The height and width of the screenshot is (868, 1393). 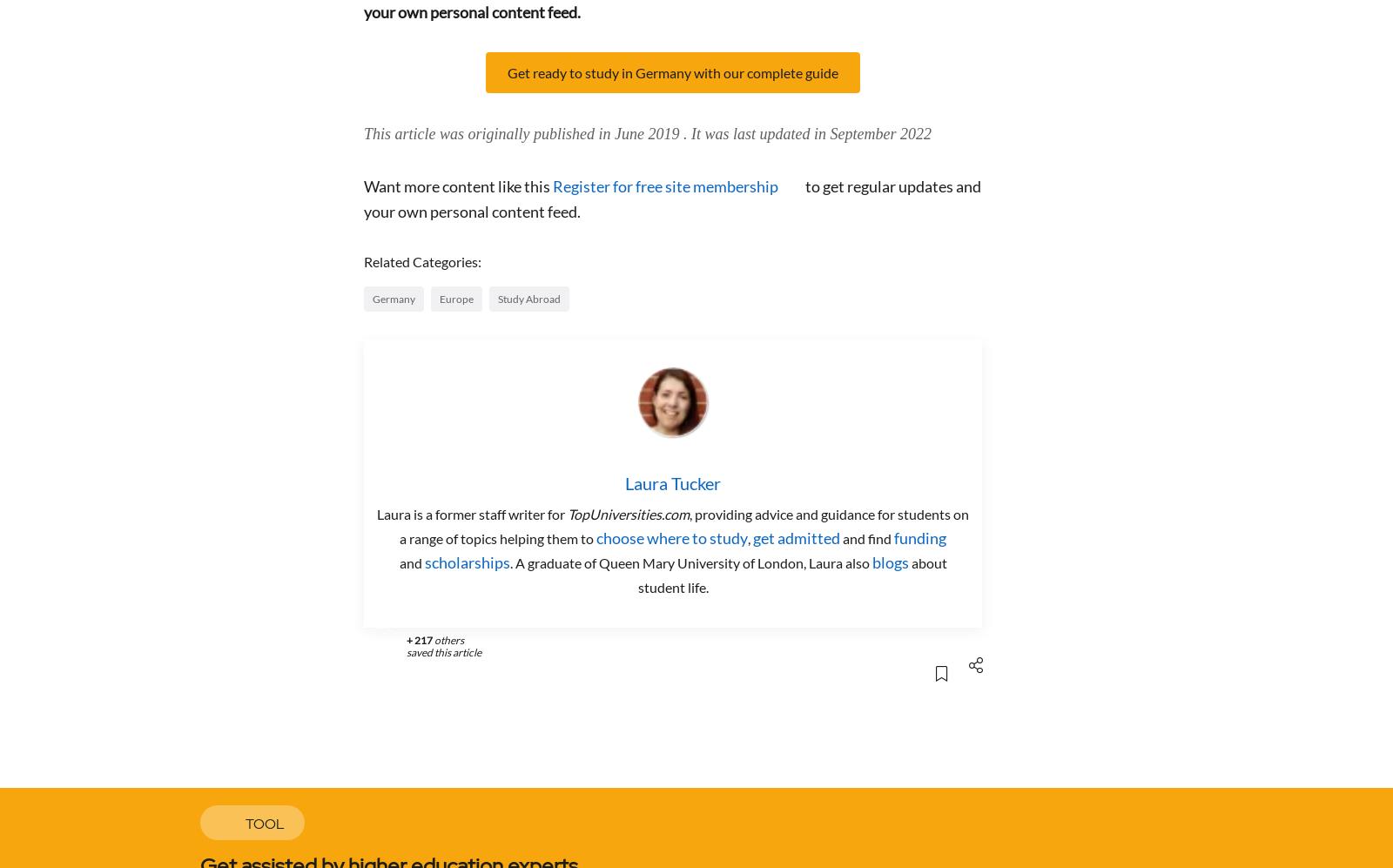 I want to click on ', providing advice and guidance for students on a range of topics helping them to', so click(x=684, y=525).